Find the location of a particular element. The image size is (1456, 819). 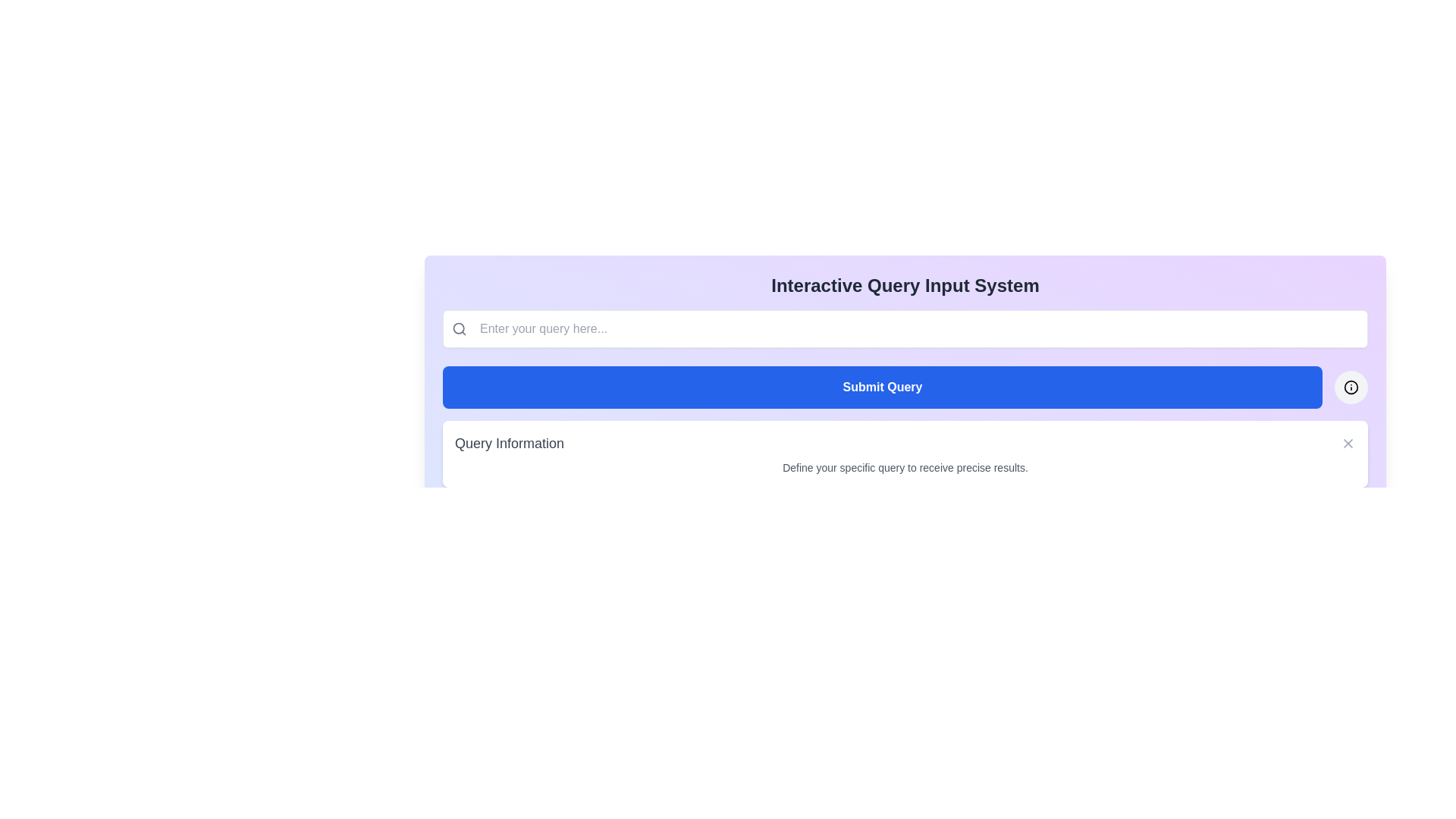

the text label that serves as a heading or label, located just below the 'Submit Query' button and to the left of small interactive elements is located at coordinates (510, 444).